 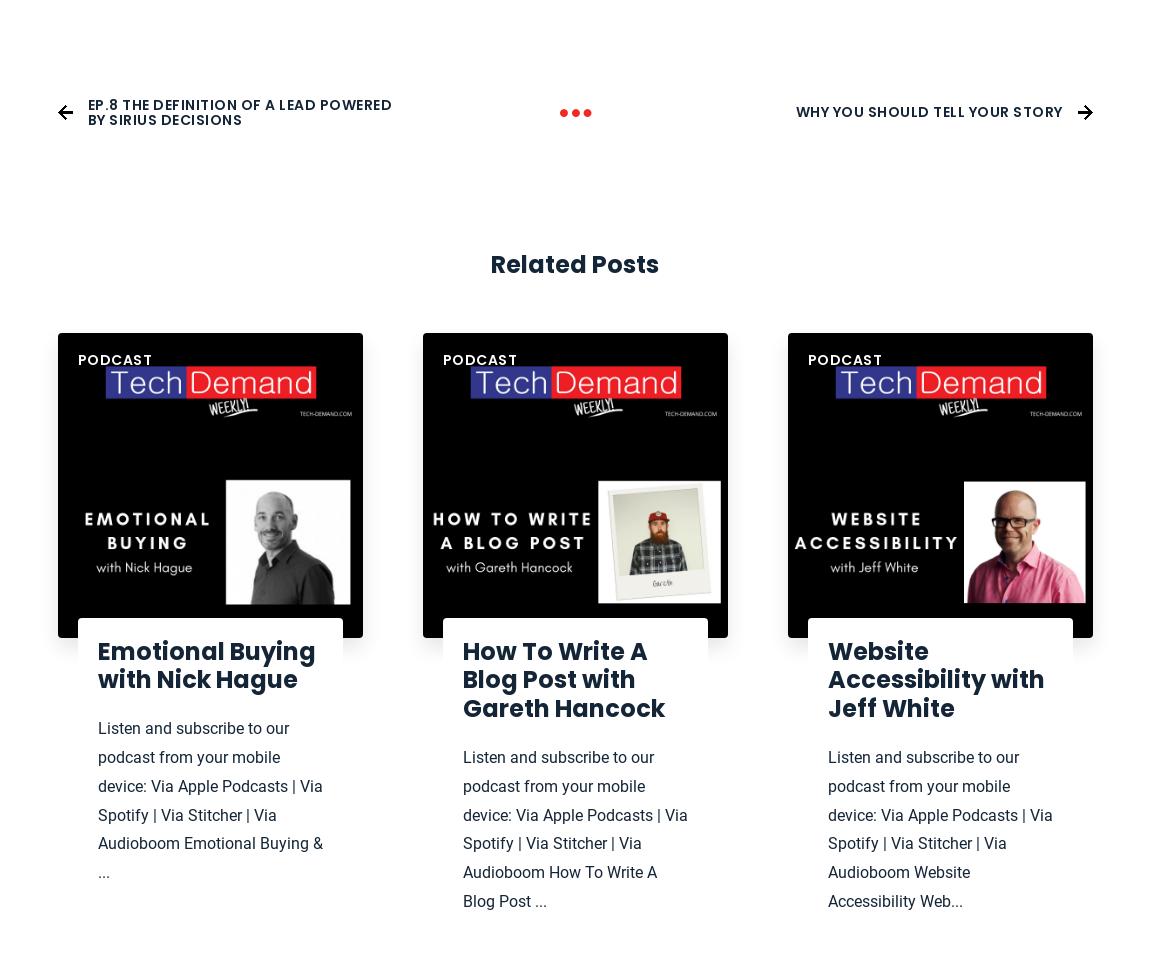 What do you see at coordinates (928, 110) in the screenshot?
I see `'Why you should tell your story'` at bounding box center [928, 110].